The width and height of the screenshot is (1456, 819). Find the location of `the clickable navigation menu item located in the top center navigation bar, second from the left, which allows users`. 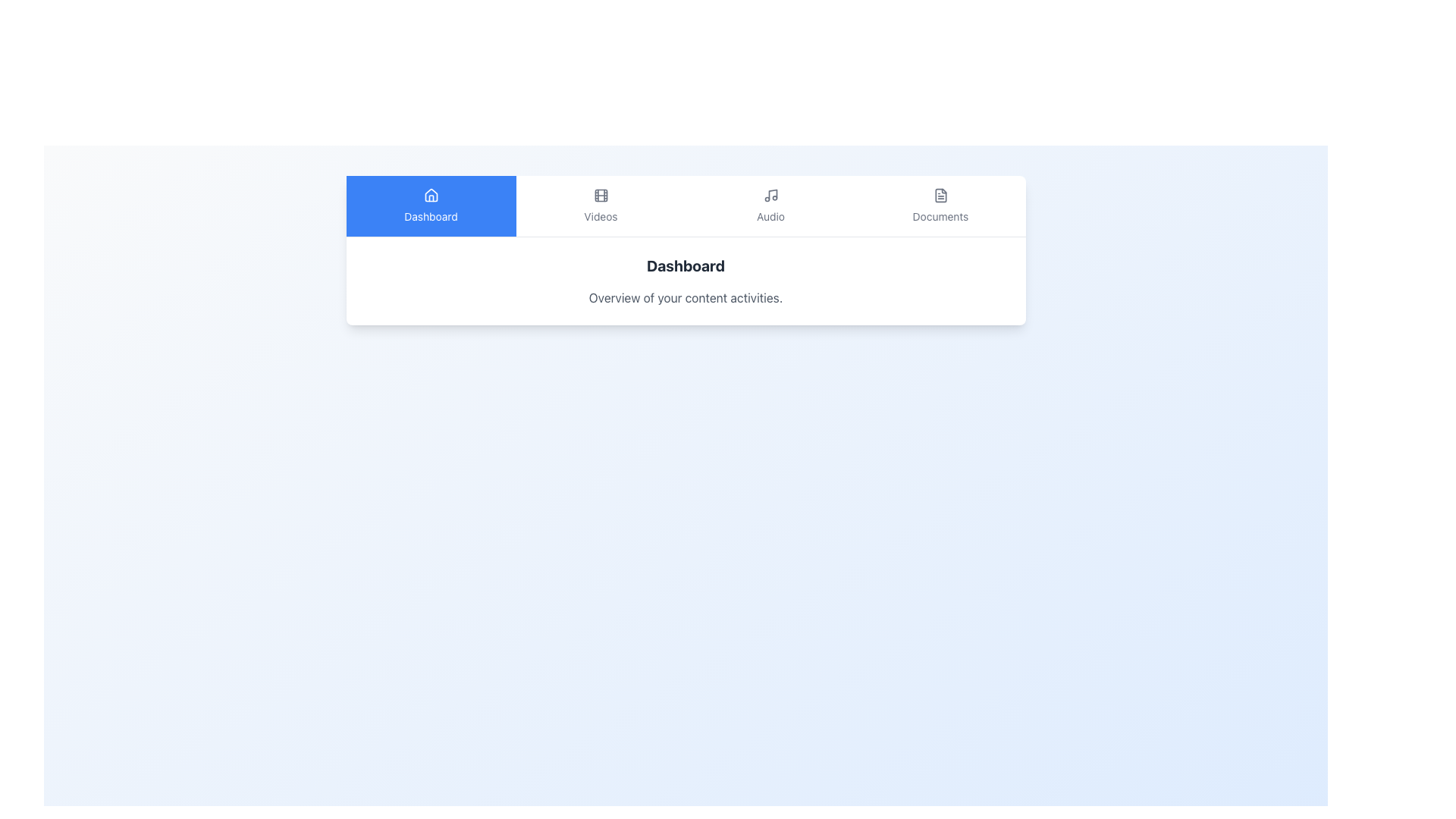

the clickable navigation menu item located in the top center navigation bar, second from the left, which allows users is located at coordinates (600, 206).